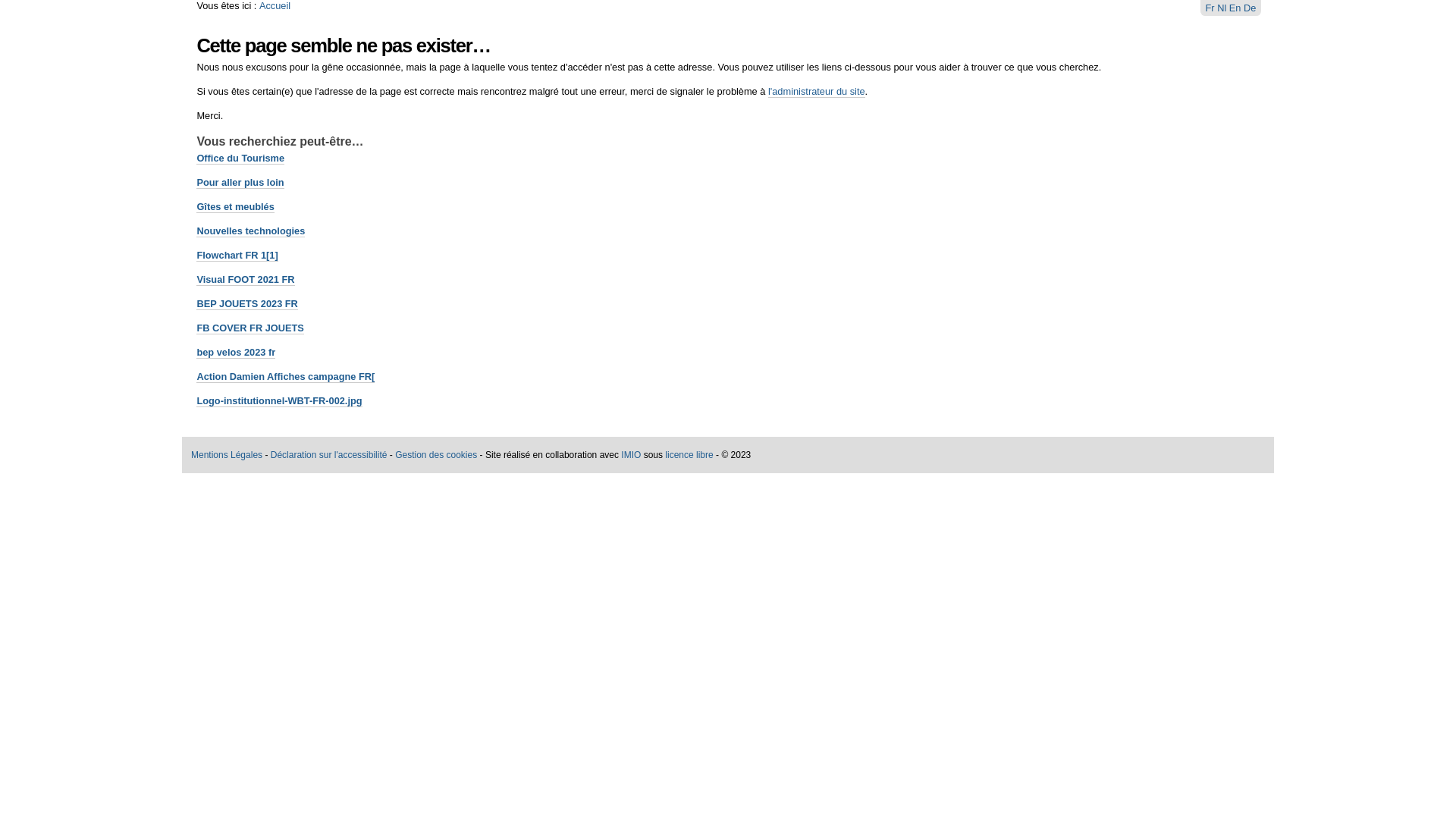 The image size is (1456, 819). Describe the element at coordinates (1216, 8) in the screenshot. I see `'Nl'` at that location.